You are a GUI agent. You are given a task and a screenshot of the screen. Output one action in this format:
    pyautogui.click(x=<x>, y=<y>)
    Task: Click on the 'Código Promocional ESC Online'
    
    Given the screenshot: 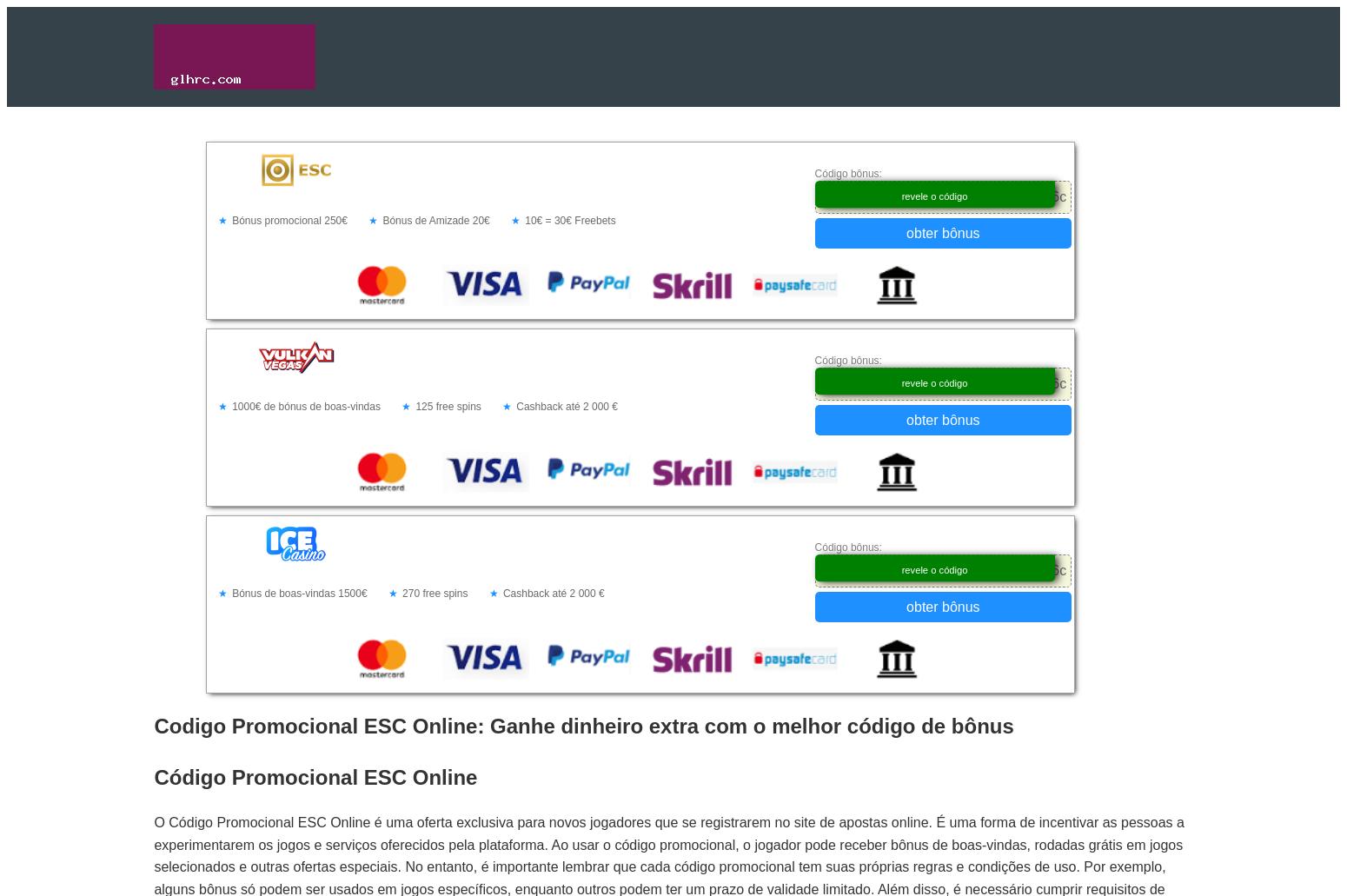 What is the action you would take?
    pyautogui.click(x=315, y=776)
    